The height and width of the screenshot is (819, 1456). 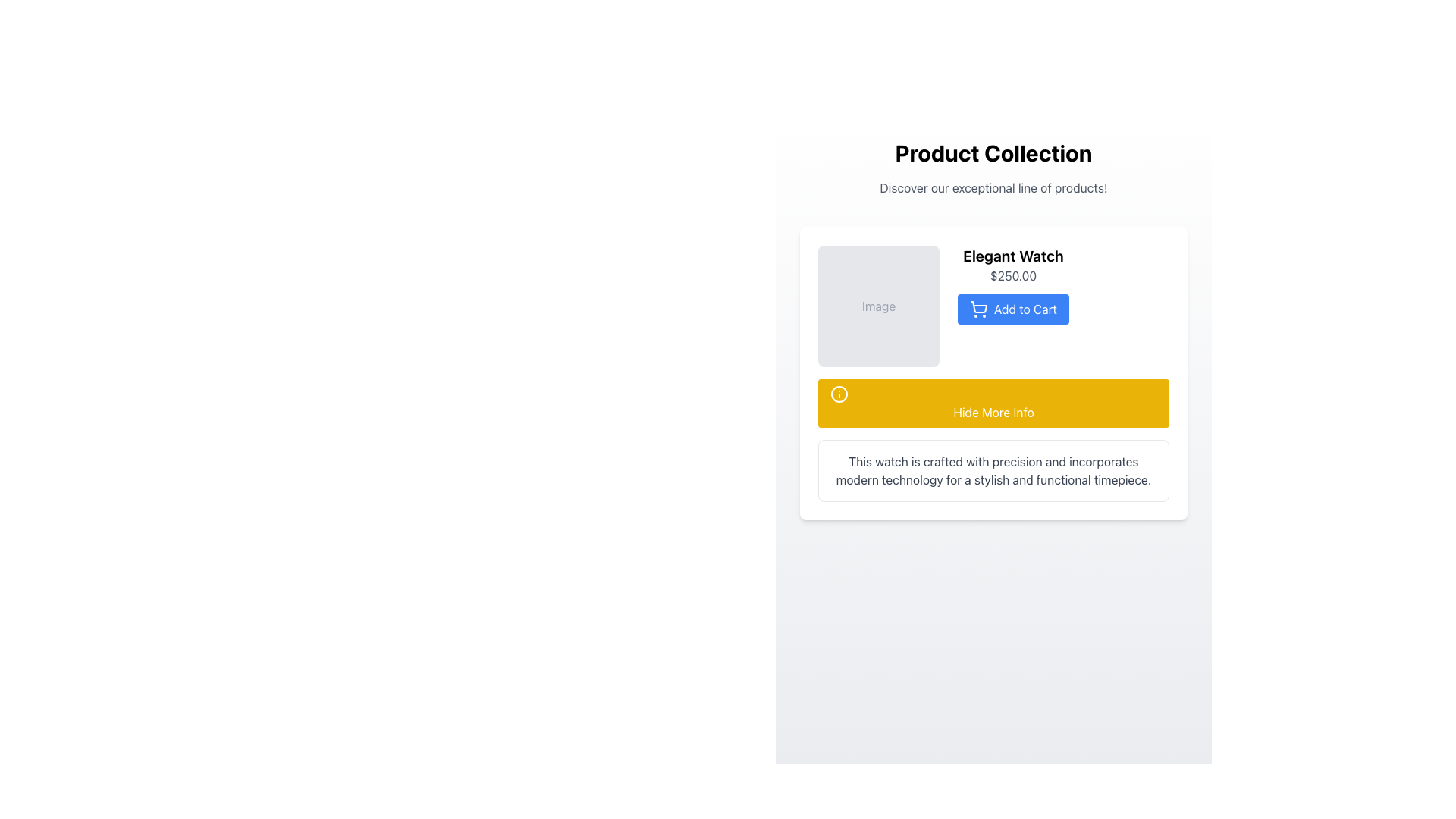 I want to click on the button that hides additional product information, positioned below the '$250.00' text and the 'Add to Cart' button, so click(x=993, y=403).